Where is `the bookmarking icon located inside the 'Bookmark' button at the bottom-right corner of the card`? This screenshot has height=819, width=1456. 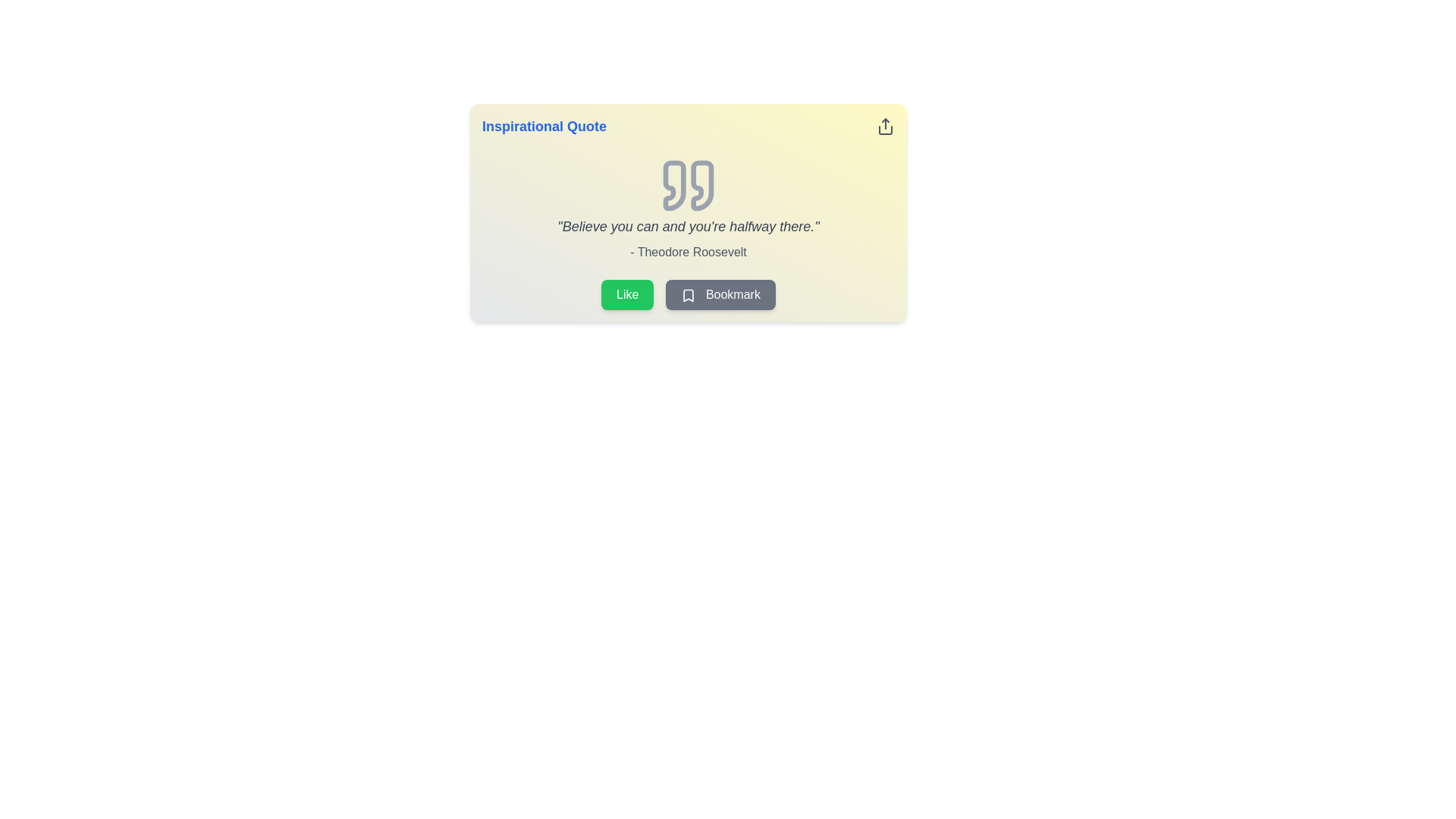 the bookmarking icon located inside the 'Bookmark' button at the bottom-right corner of the card is located at coordinates (688, 295).